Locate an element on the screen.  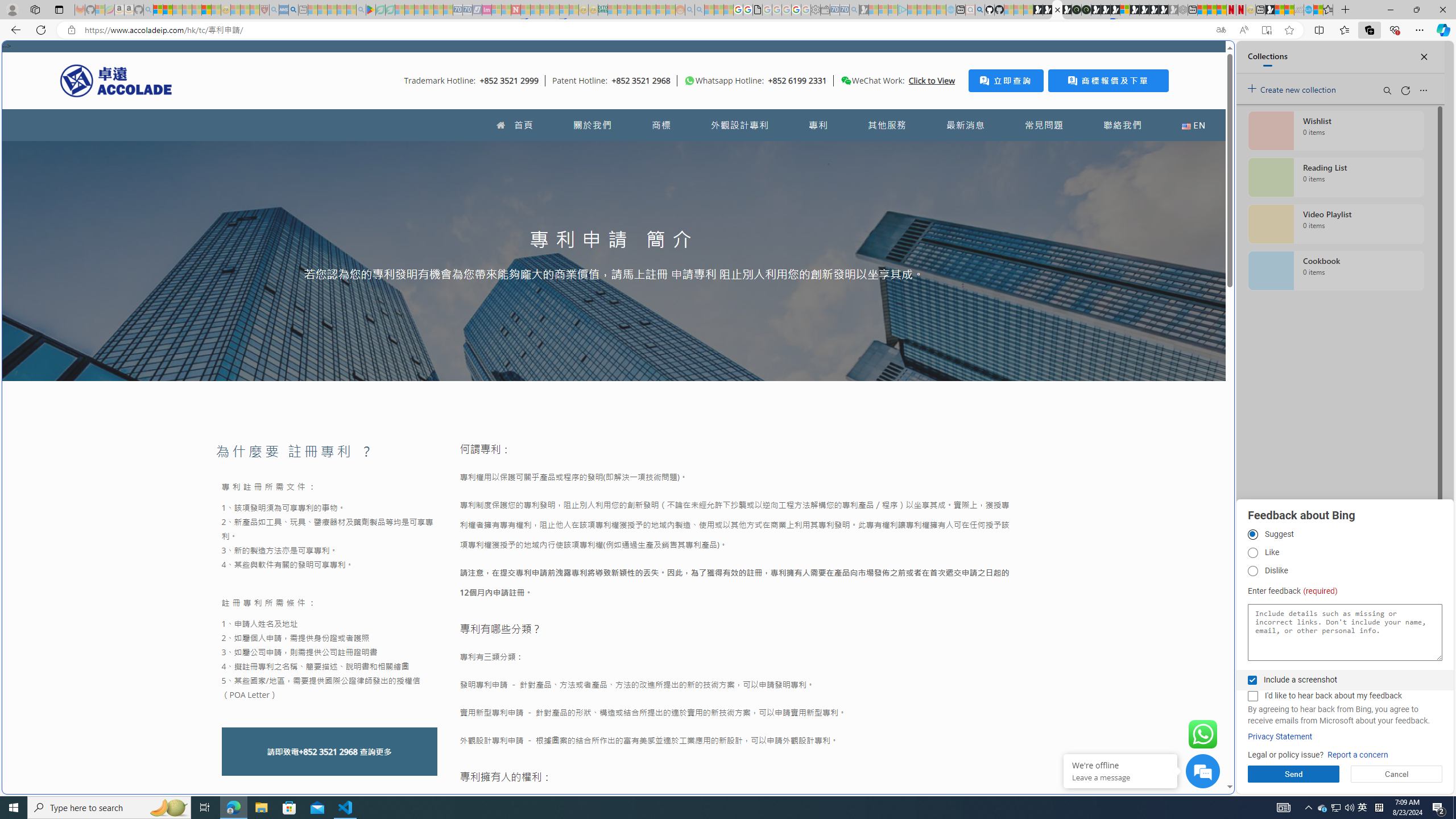
'google - Search - Sleeping' is located at coordinates (360, 9).